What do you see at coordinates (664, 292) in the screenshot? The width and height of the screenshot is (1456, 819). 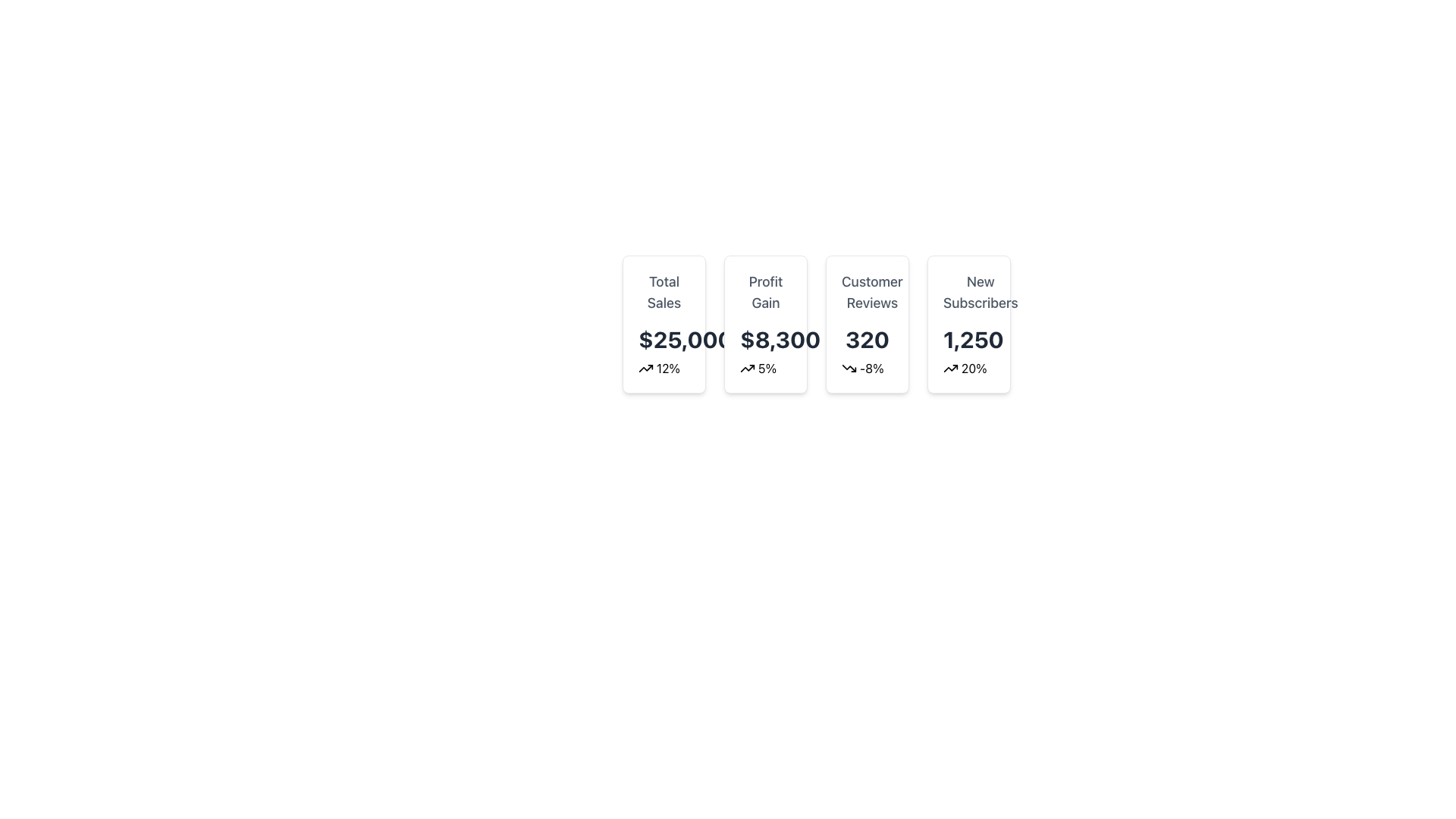 I see `the 'Total Sales' text label, which serves as a header for the data below it, located at the top section of the first card on the left` at bounding box center [664, 292].